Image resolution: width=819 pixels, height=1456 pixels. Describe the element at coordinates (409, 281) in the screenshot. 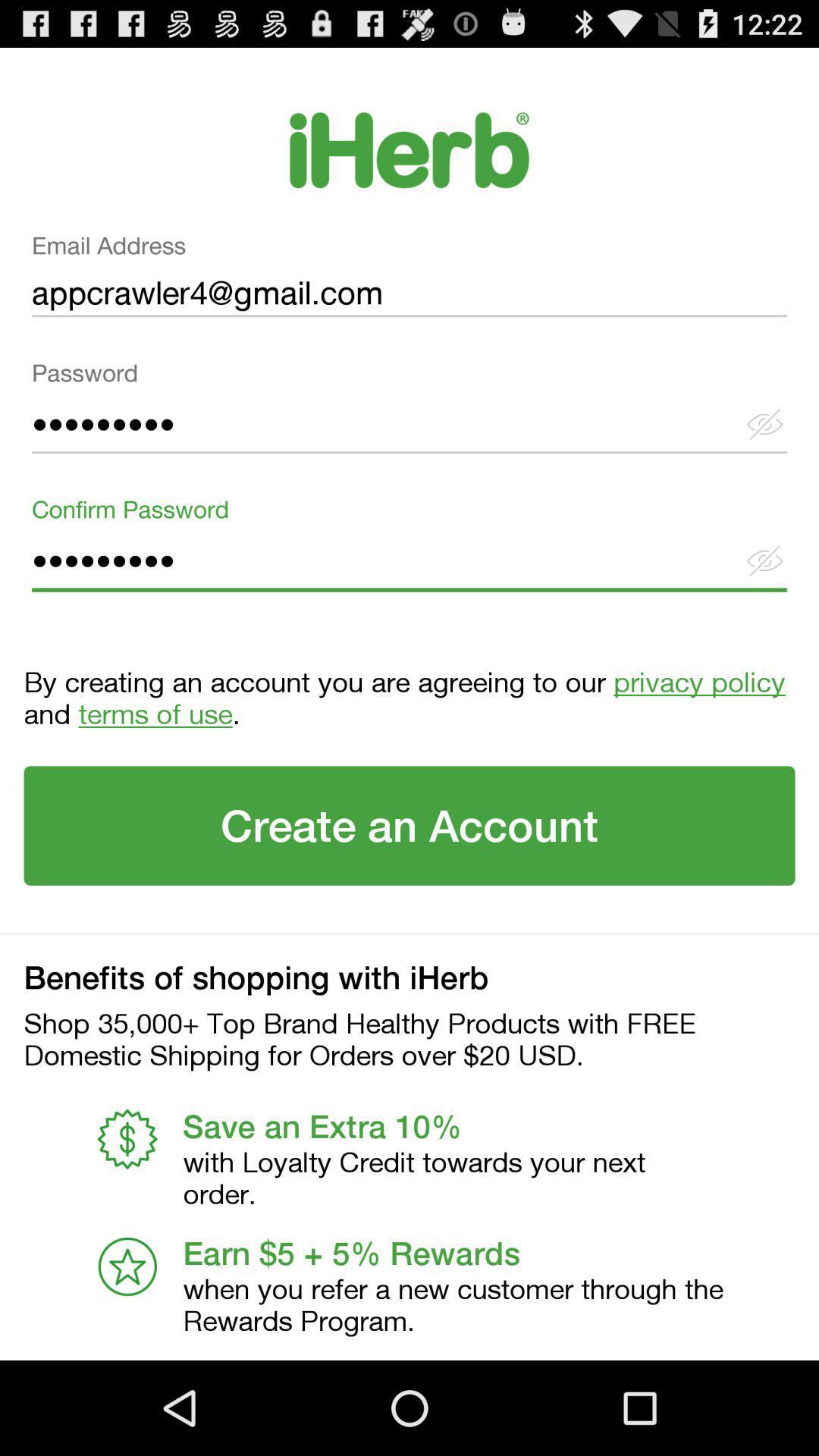

I see `the text email address` at that location.